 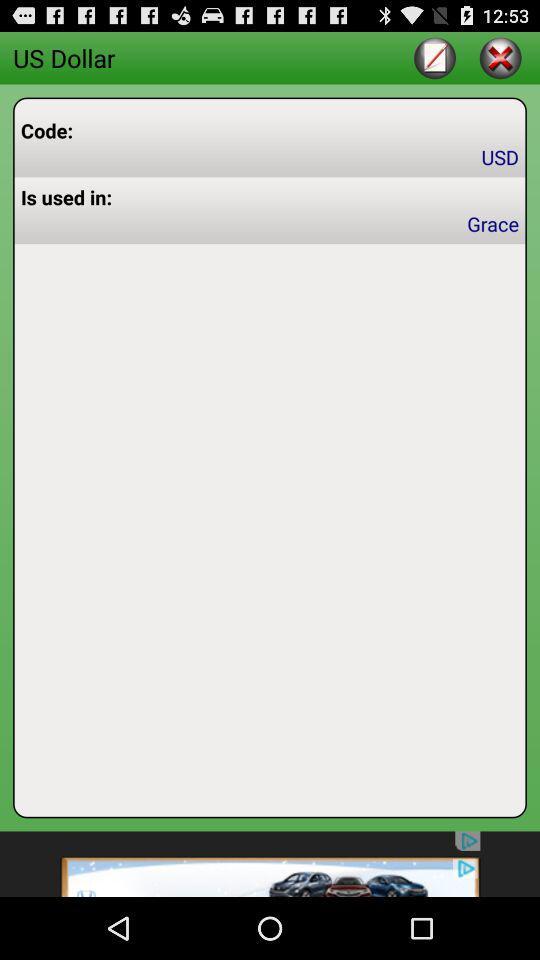 I want to click on advertisement on an app, so click(x=270, y=863).